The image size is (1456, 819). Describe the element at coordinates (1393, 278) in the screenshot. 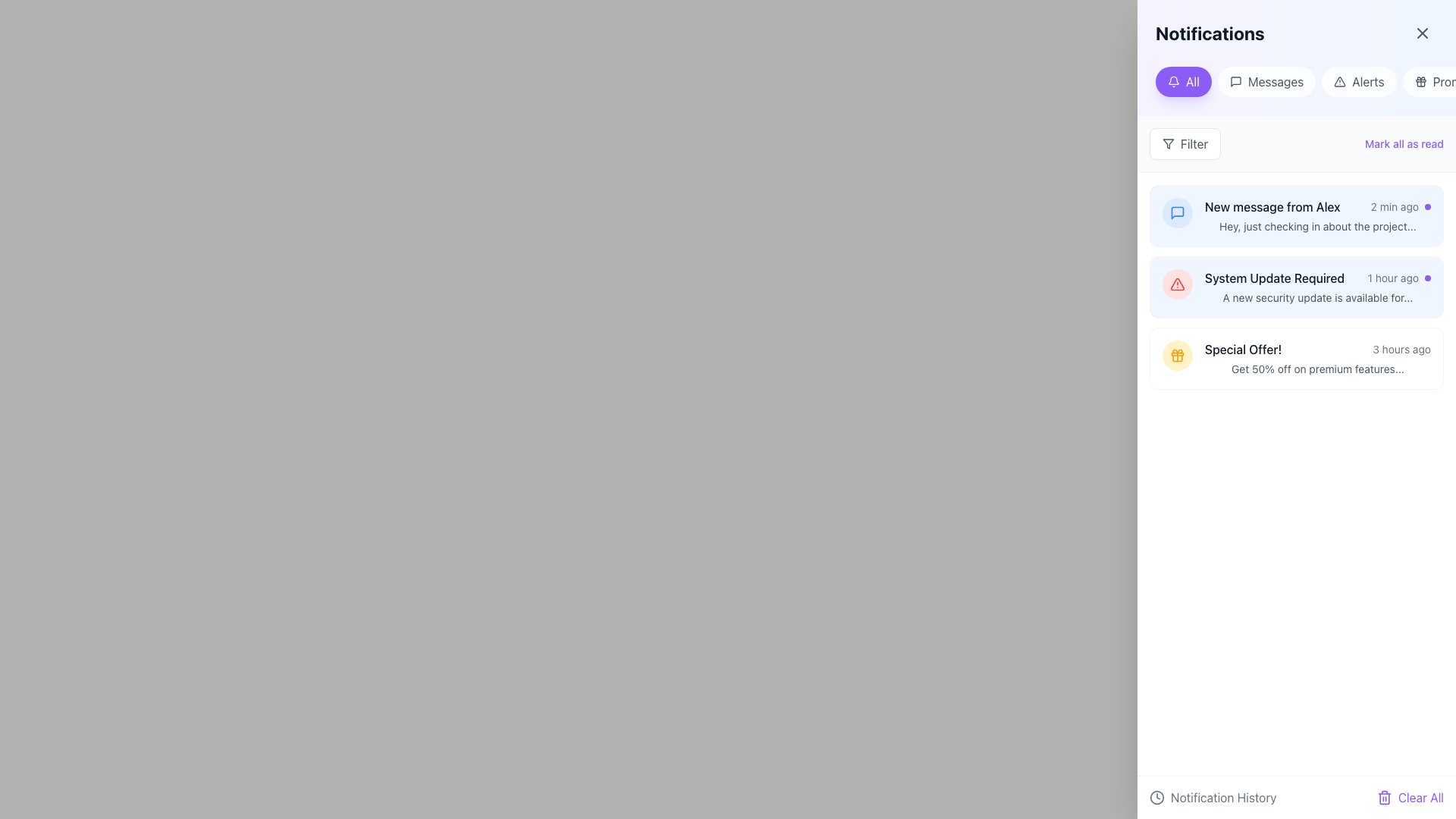

I see `the text element displaying '1 hour ago' adjacent to the violet circular indicator in the 'System Update Required' notification` at that location.